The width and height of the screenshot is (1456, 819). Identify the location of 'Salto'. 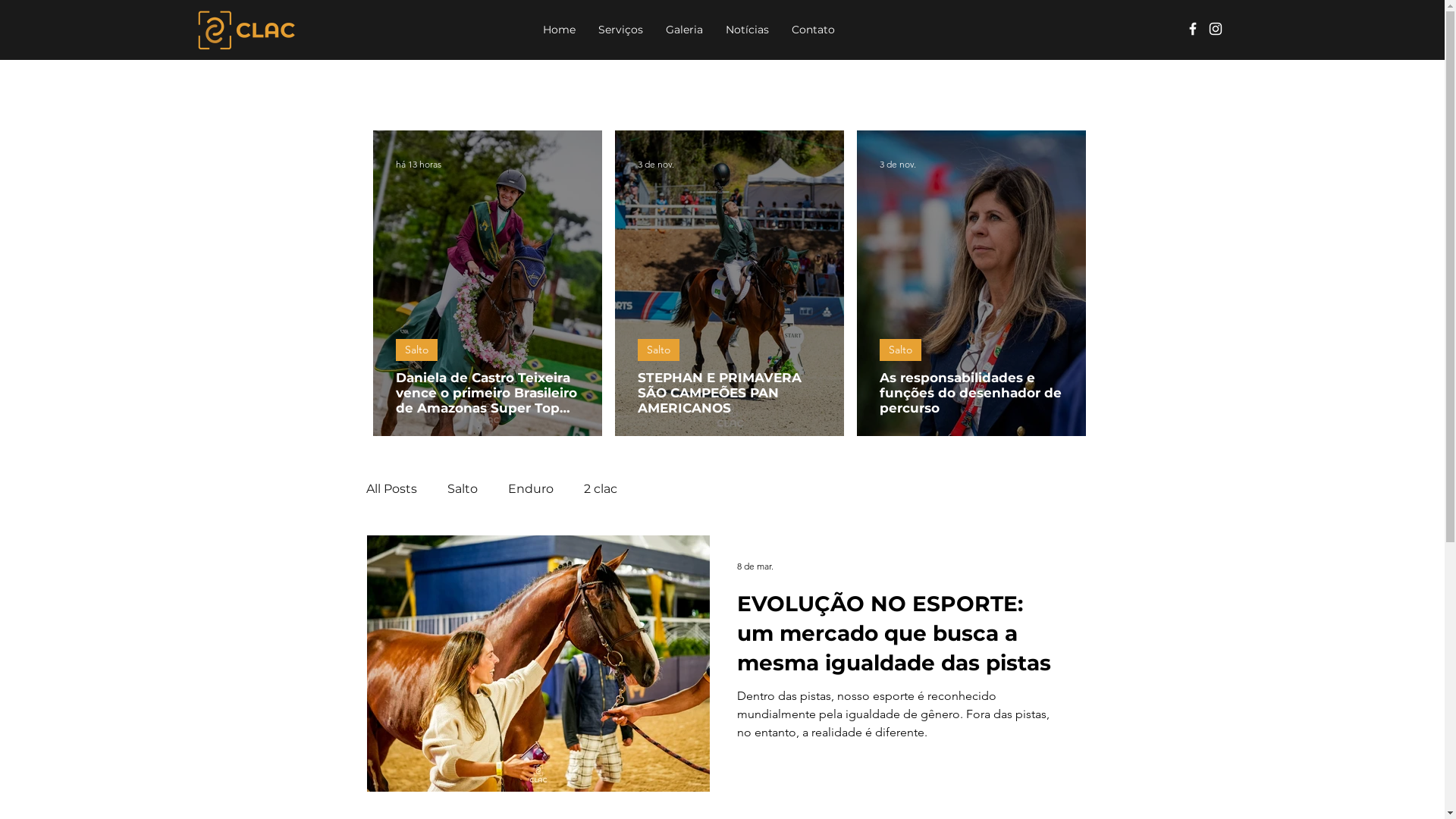
(416, 350).